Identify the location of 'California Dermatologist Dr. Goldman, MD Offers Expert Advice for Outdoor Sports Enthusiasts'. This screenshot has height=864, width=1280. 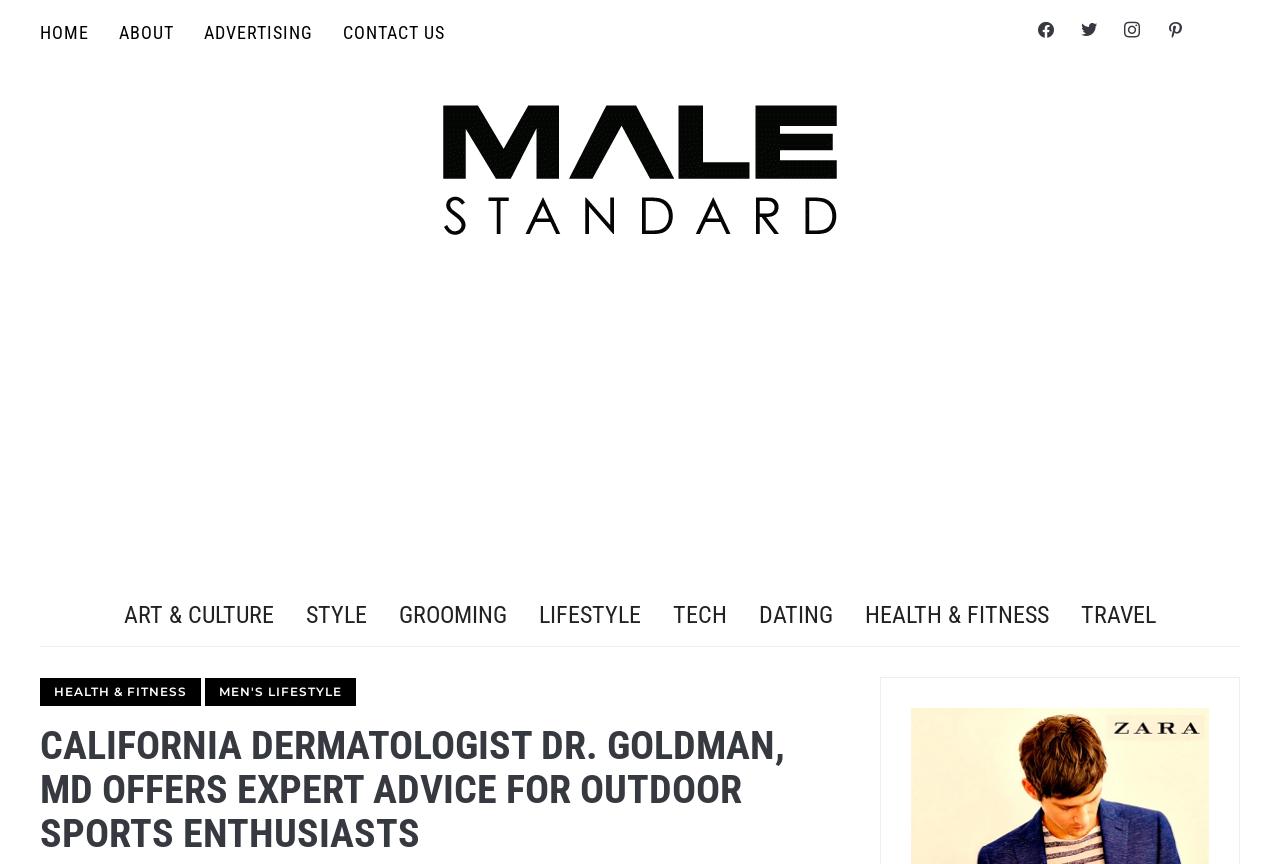
(411, 788).